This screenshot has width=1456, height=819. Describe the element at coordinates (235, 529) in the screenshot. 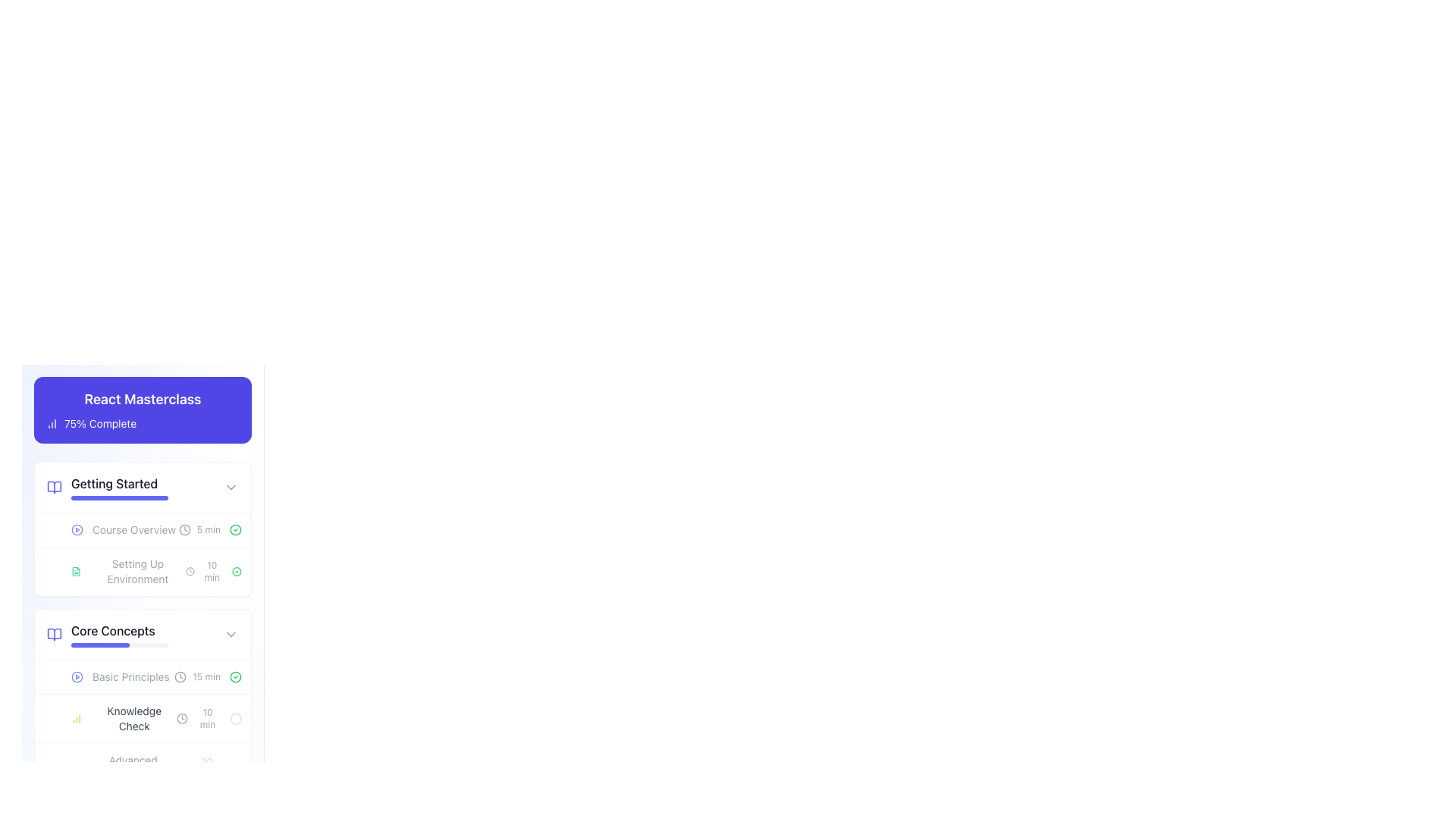

I see `the status of the checkmark icon located next to the '5 min' text in the 'Getting Started' section of the Course Overview` at that location.